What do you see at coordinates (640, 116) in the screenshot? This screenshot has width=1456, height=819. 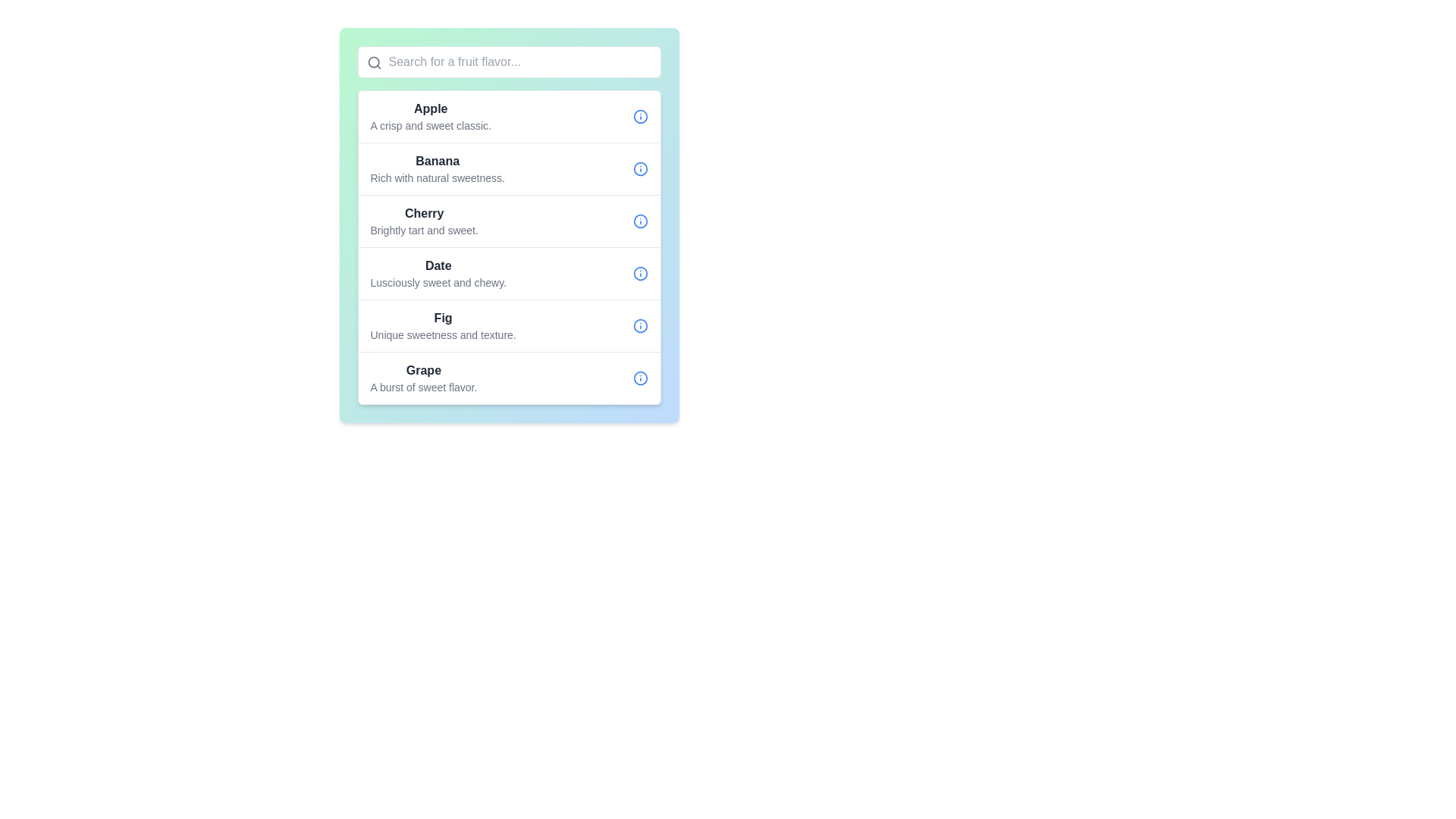 I see `the circular graphical decoration in the top-right corner of the 'Apple' list item, which serves as part of an informational icon` at bounding box center [640, 116].